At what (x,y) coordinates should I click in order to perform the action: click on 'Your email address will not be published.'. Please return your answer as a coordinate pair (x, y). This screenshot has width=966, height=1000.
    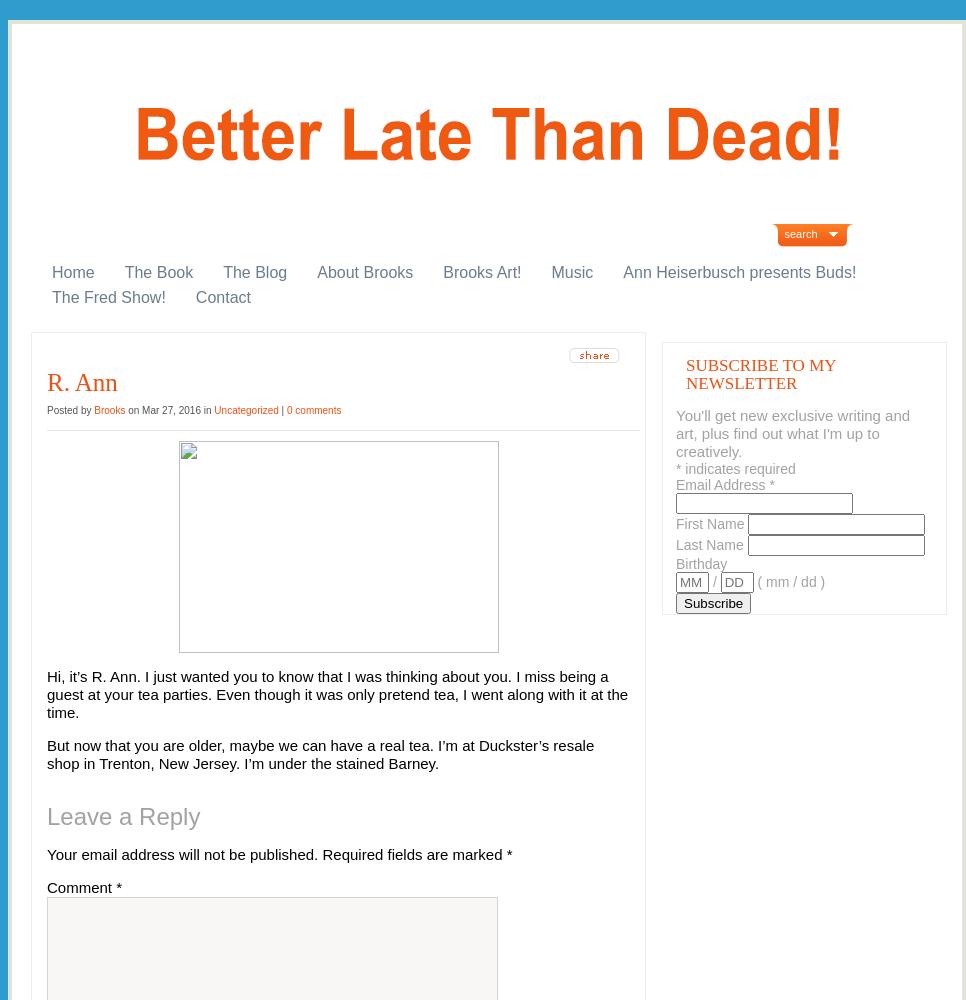
    Looking at the image, I should click on (182, 853).